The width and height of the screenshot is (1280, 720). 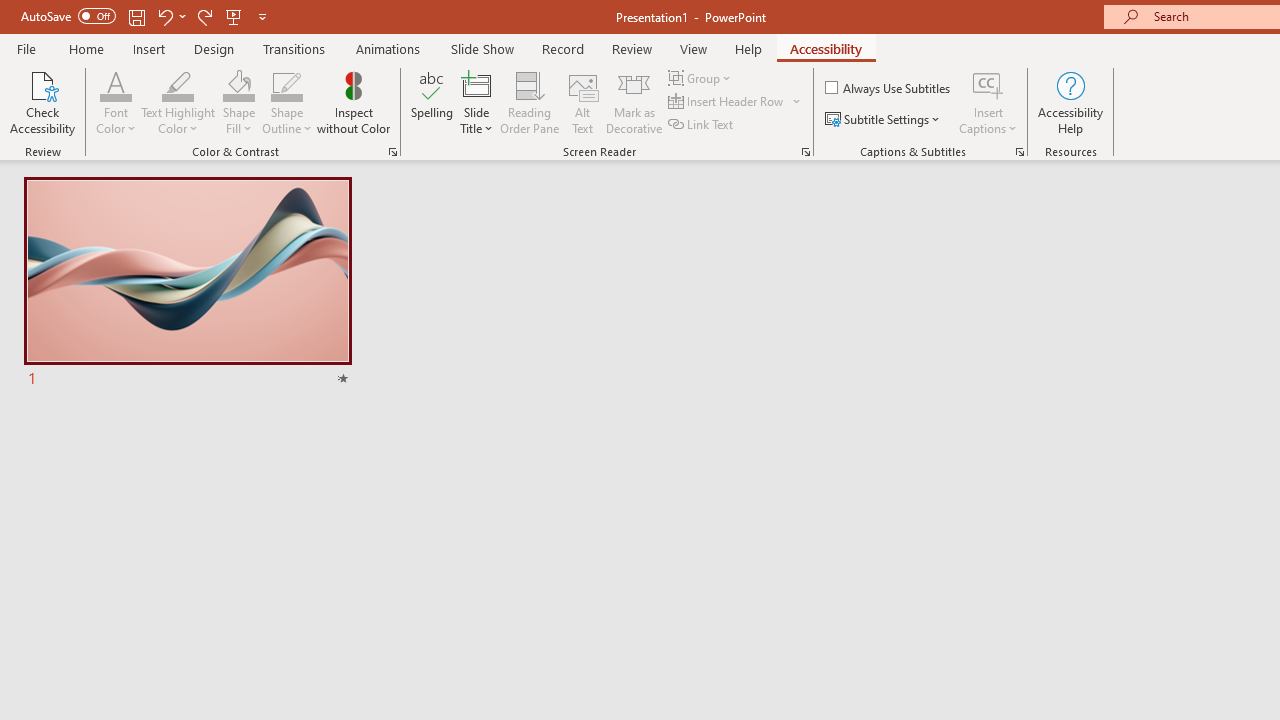 What do you see at coordinates (238, 84) in the screenshot?
I see `'Shape Fill Orange, Accent 2'` at bounding box center [238, 84].